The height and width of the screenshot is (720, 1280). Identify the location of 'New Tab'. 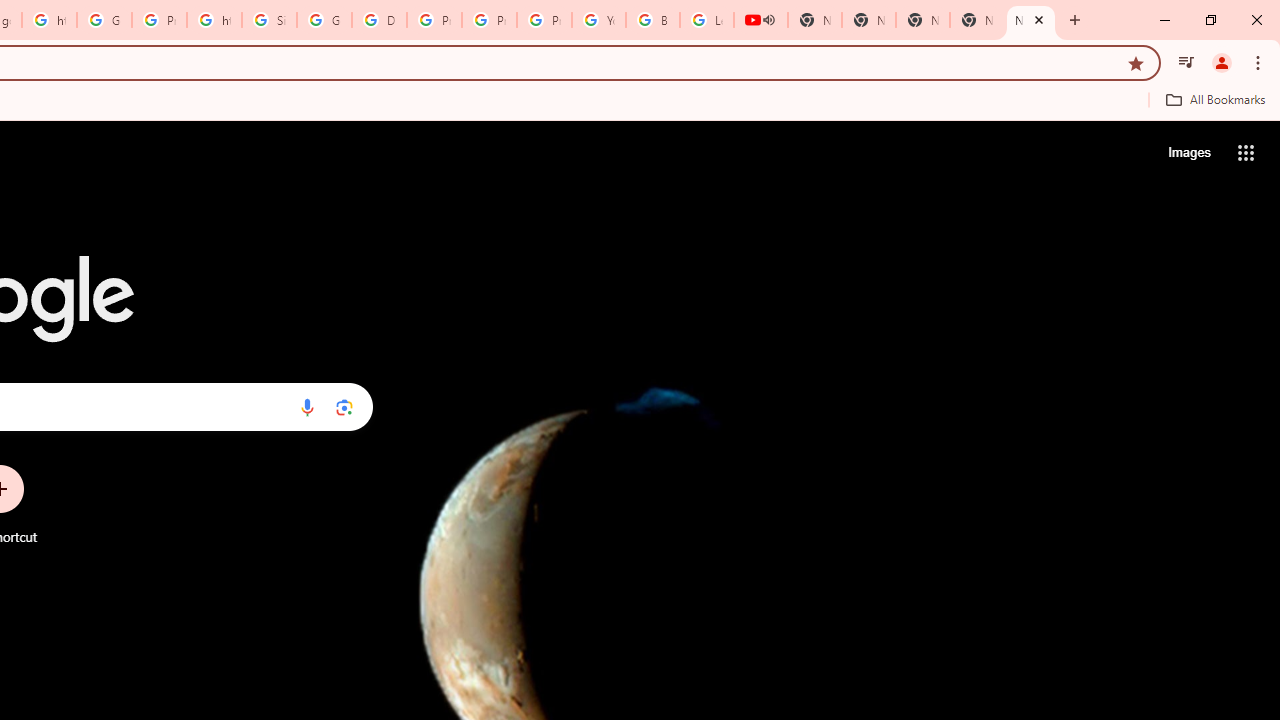
(1031, 20).